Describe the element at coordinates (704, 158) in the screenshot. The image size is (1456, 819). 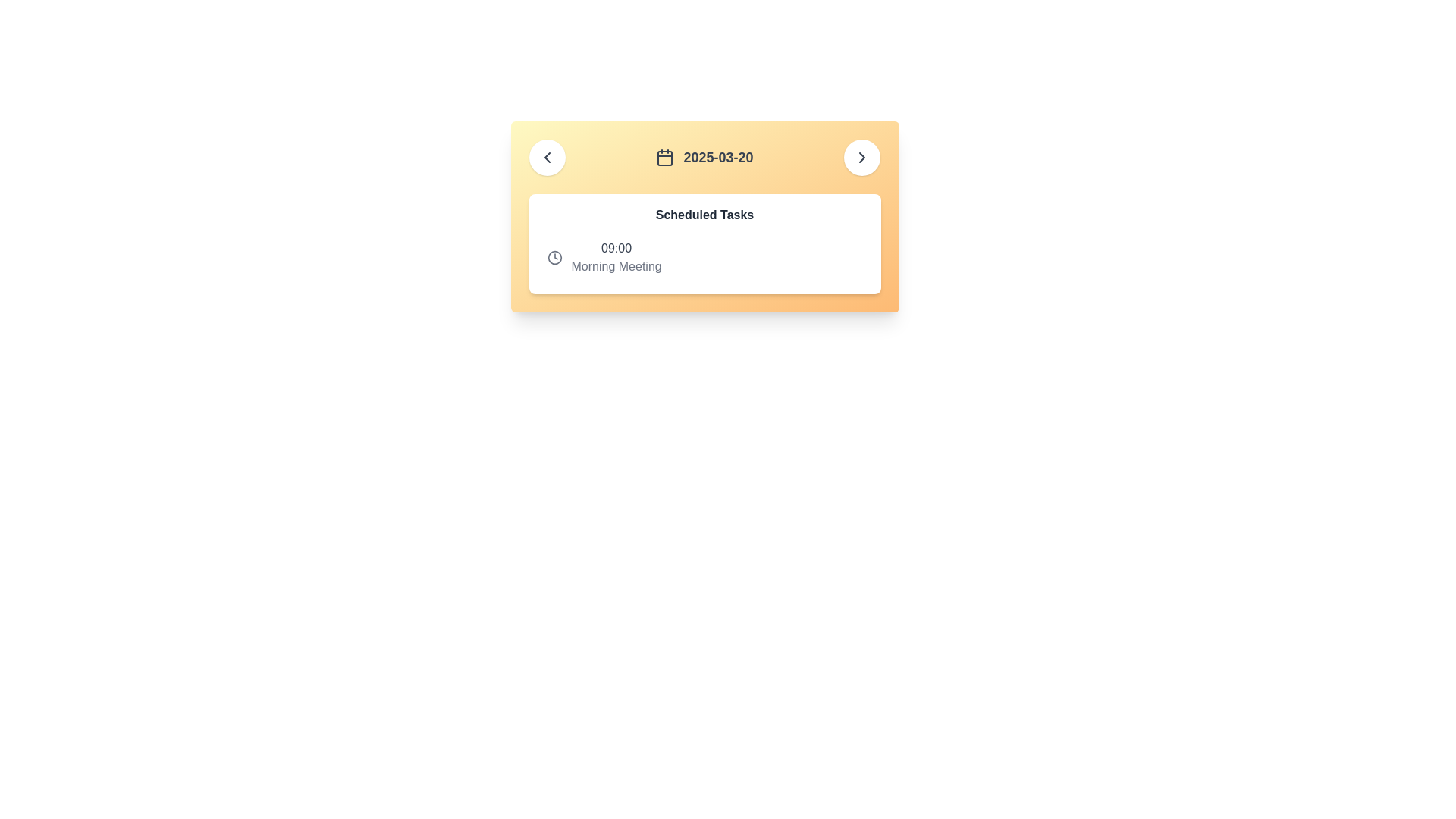
I see `the text display element that shows the selected date, located in the top center of the schedule panel, between the left and right chevron icons` at that location.